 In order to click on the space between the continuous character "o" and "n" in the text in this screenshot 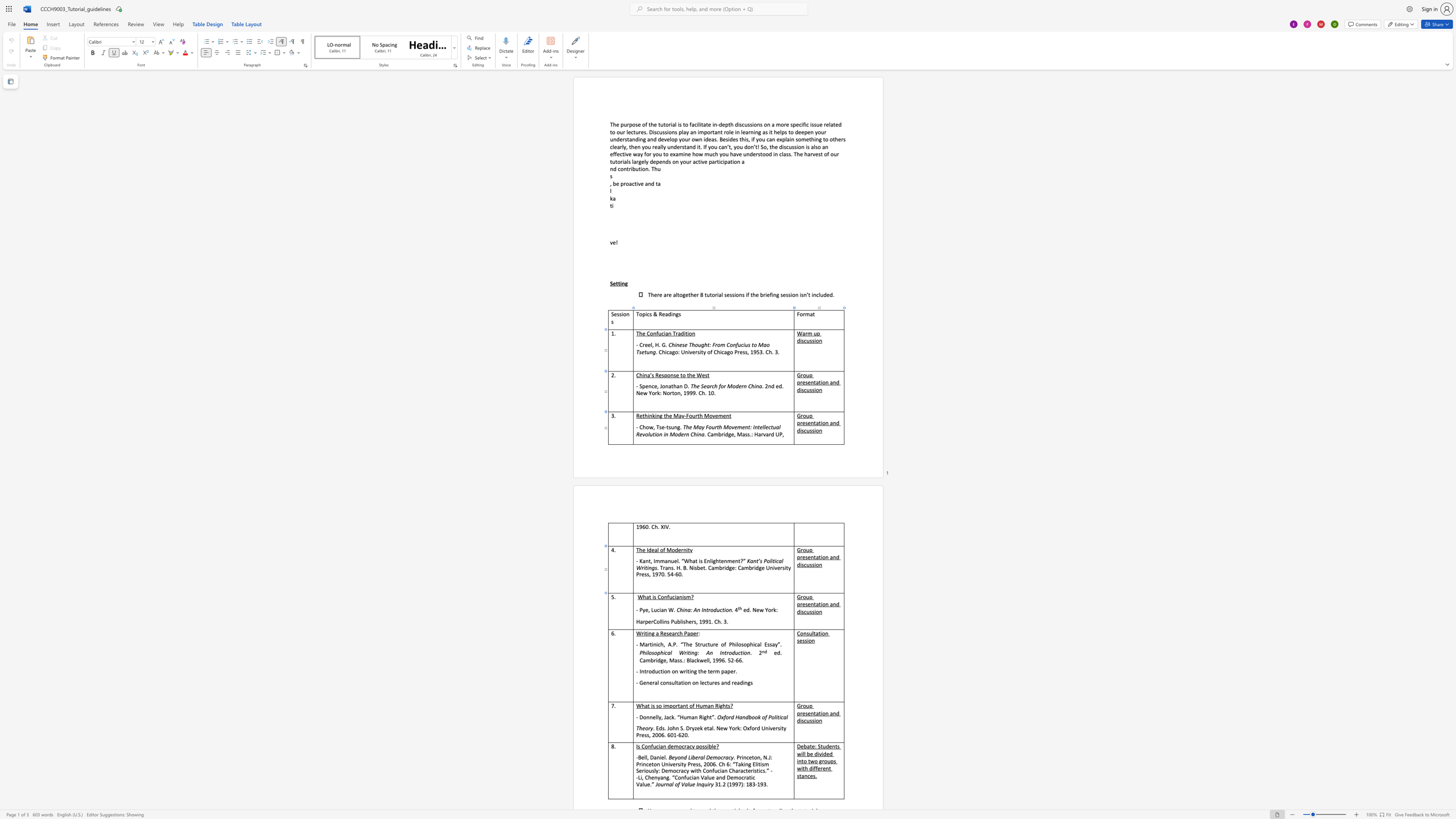, I will do `click(663, 596)`.